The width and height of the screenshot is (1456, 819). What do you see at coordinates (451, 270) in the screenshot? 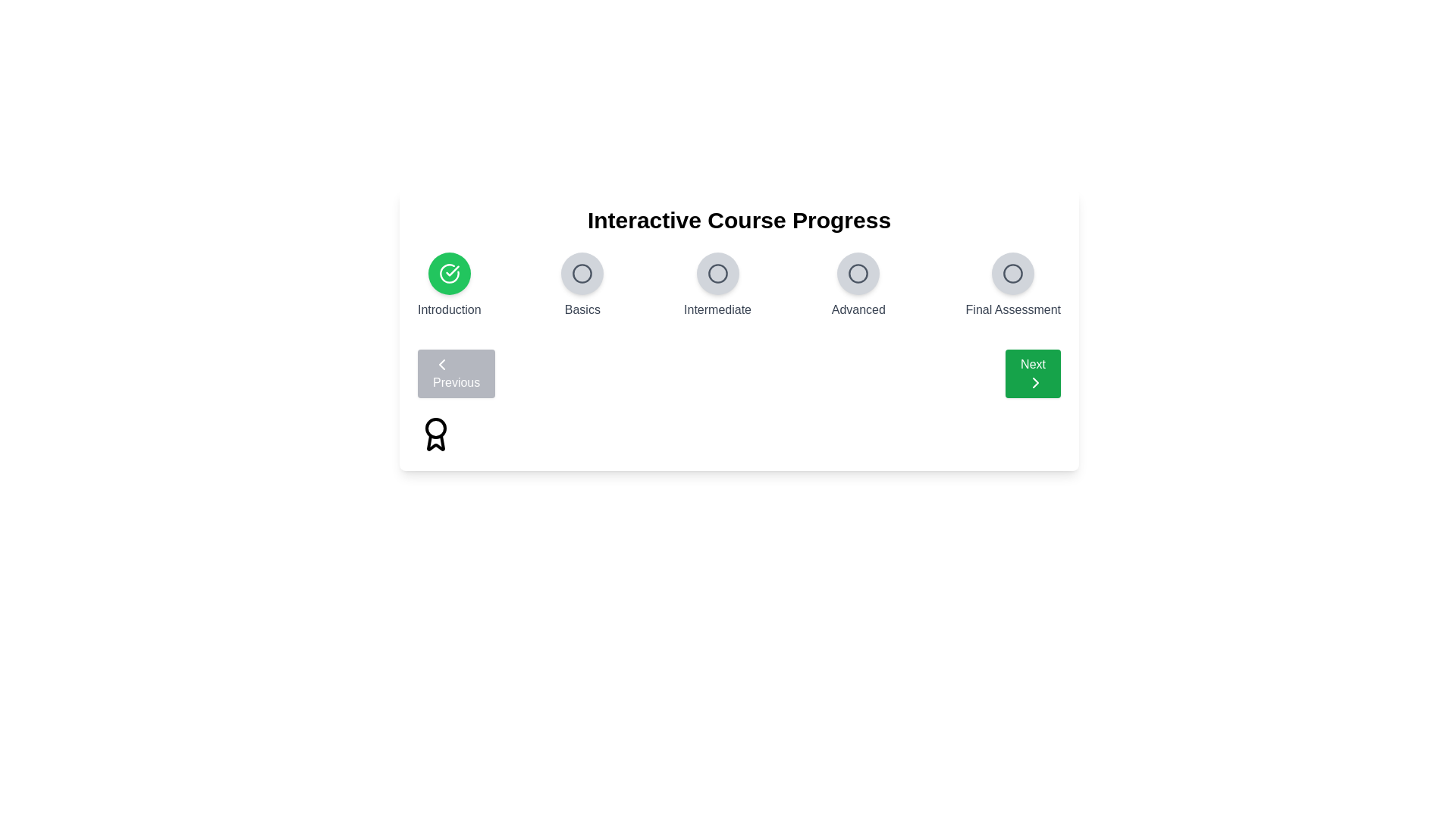
I see `the checkmark icon indicating a completed or selected state above the 'Introduction' label in the interface` at bounding box center [451, 270].